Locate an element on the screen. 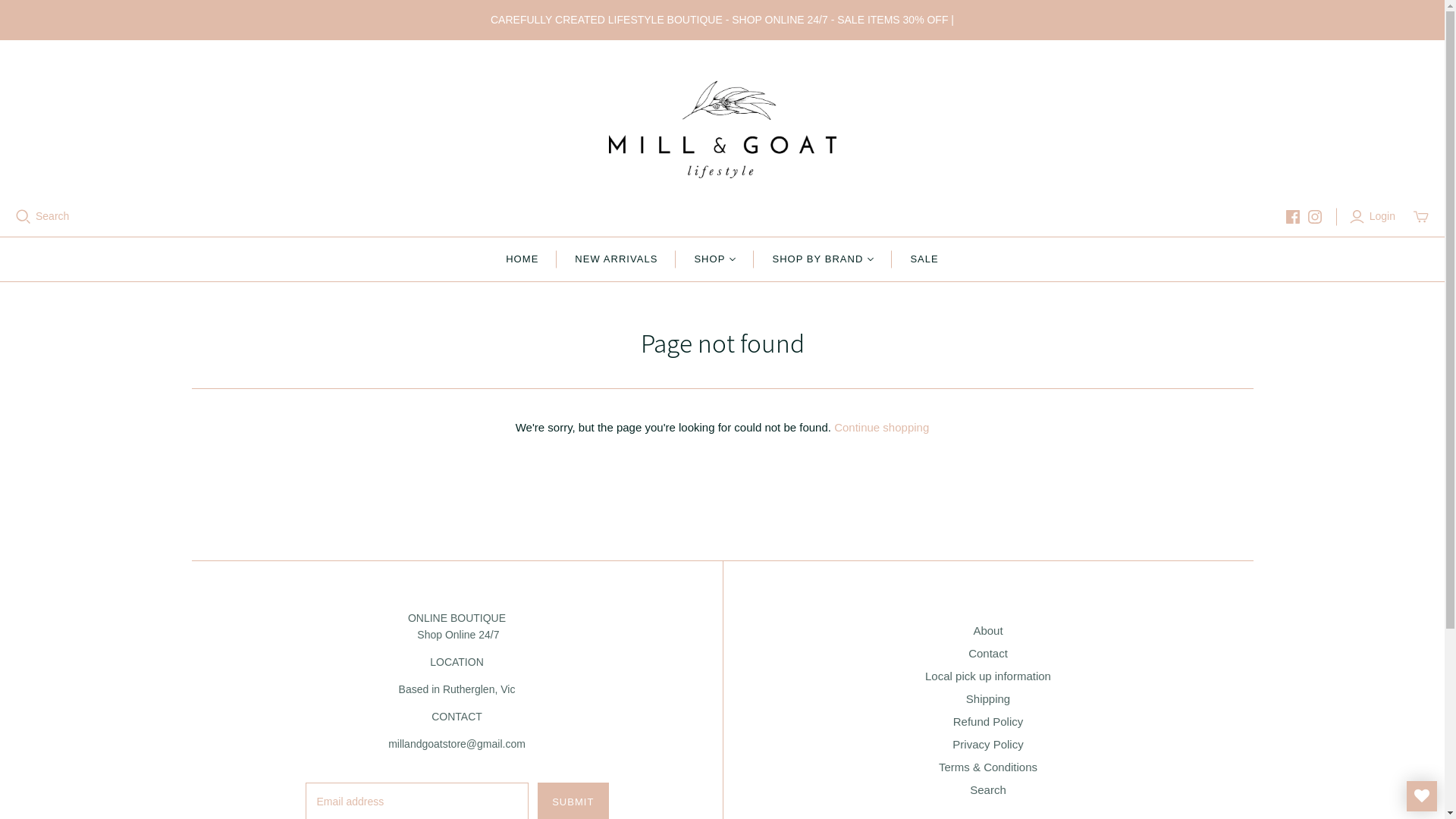 The width and height of the screenshot is (1456, 819). 'Contact' is located at coordinates (967, 652).